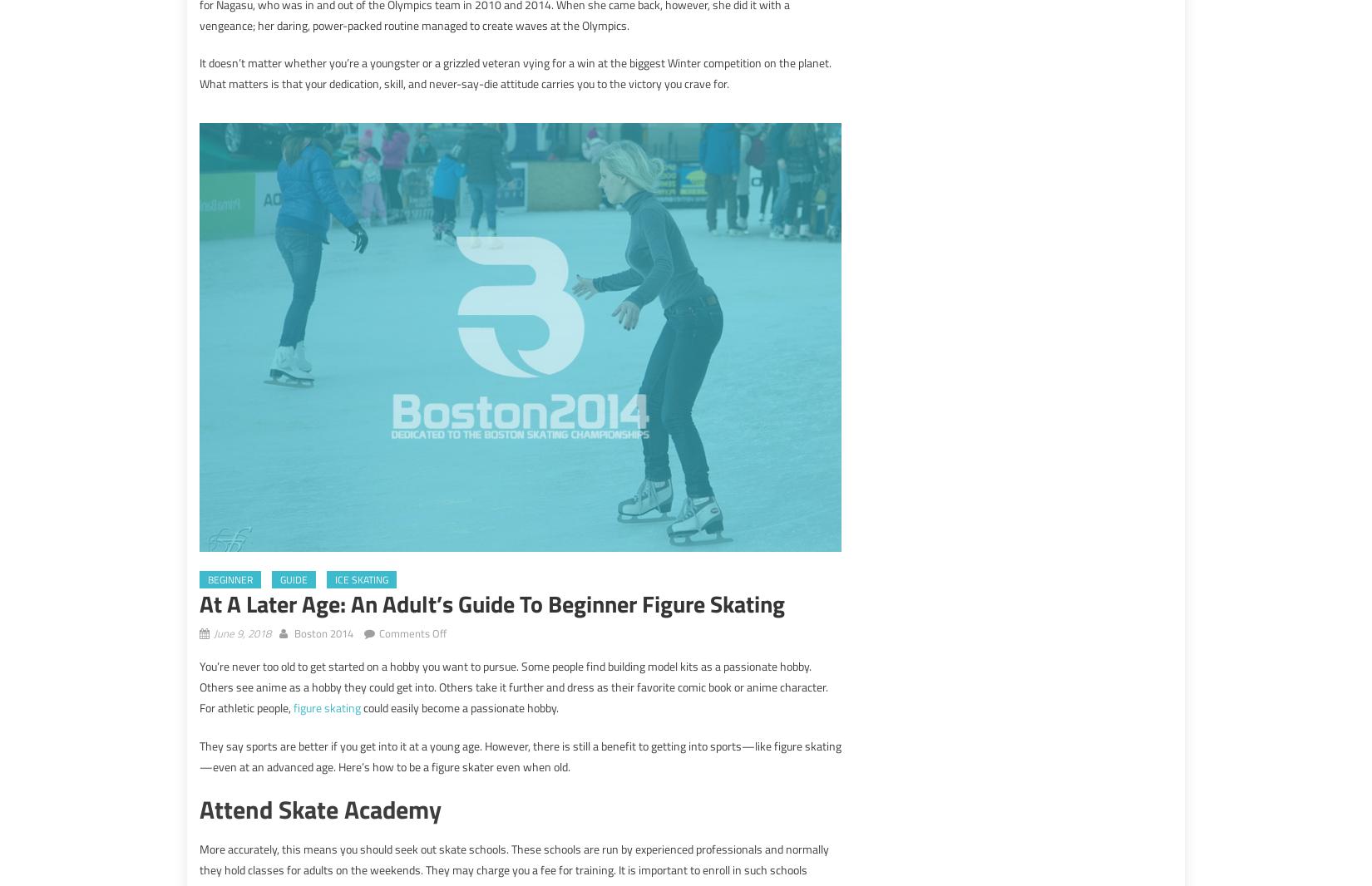  What do you see at coordinates (359, 707) in the screenshot?
I see `'could easily become a passionate hobby.'` at bounding box center [359, 707].